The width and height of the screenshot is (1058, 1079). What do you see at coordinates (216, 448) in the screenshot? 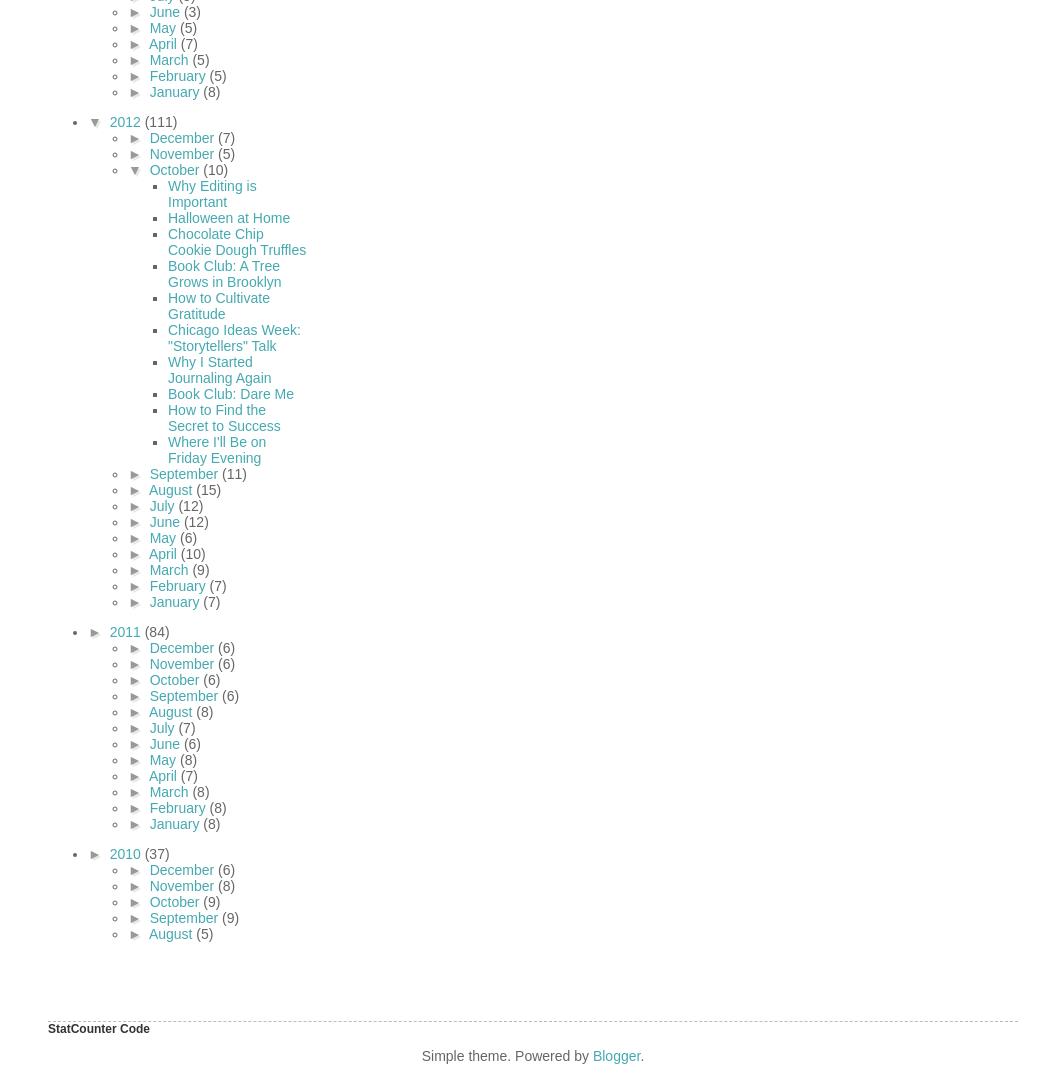
I see `'Where I'll Be on Friday Evening'` at bounding box center [216, 448].